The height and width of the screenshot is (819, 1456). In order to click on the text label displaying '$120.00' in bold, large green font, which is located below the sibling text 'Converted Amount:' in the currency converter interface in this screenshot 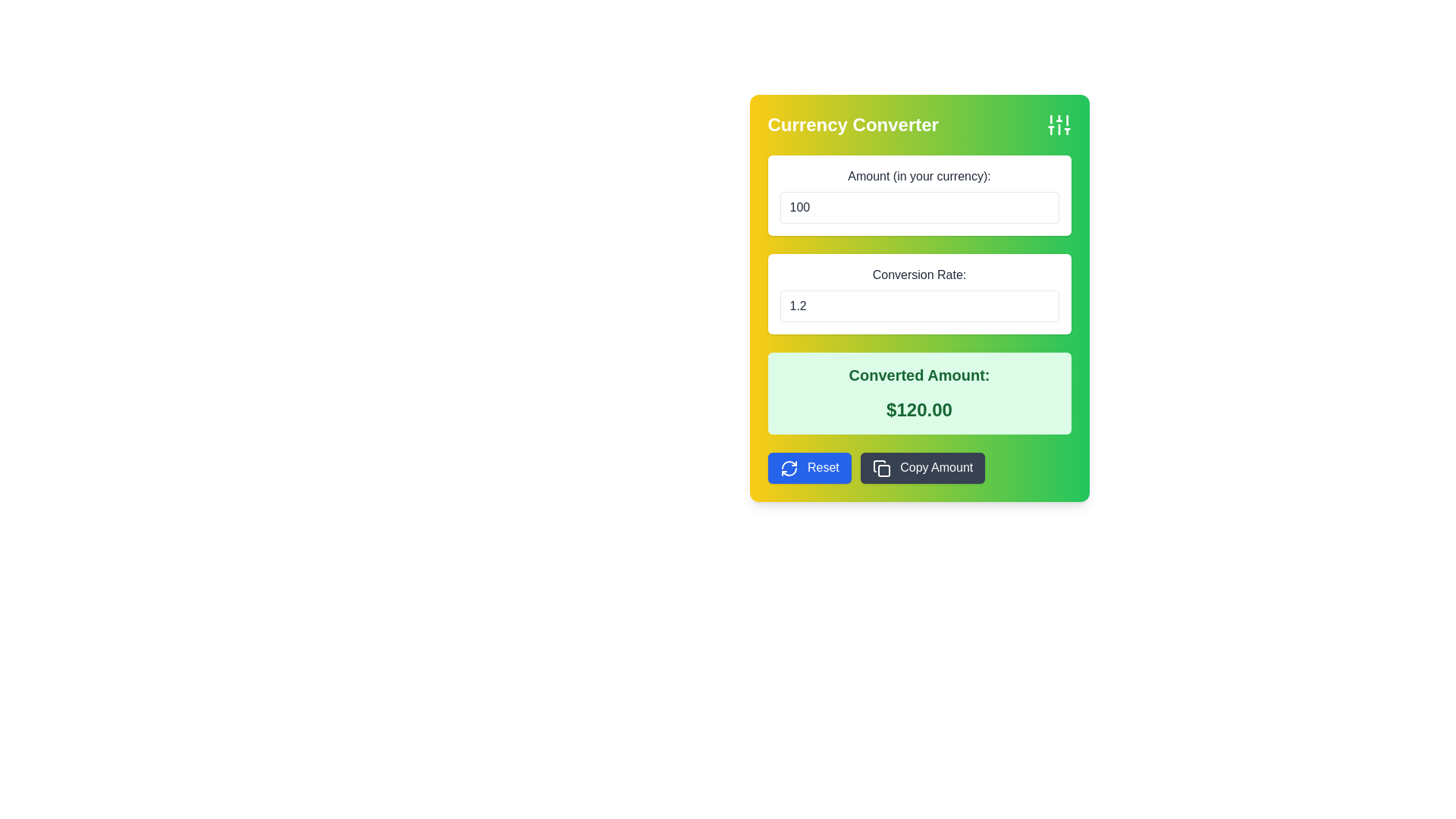, I will do `click(918, 409)`.